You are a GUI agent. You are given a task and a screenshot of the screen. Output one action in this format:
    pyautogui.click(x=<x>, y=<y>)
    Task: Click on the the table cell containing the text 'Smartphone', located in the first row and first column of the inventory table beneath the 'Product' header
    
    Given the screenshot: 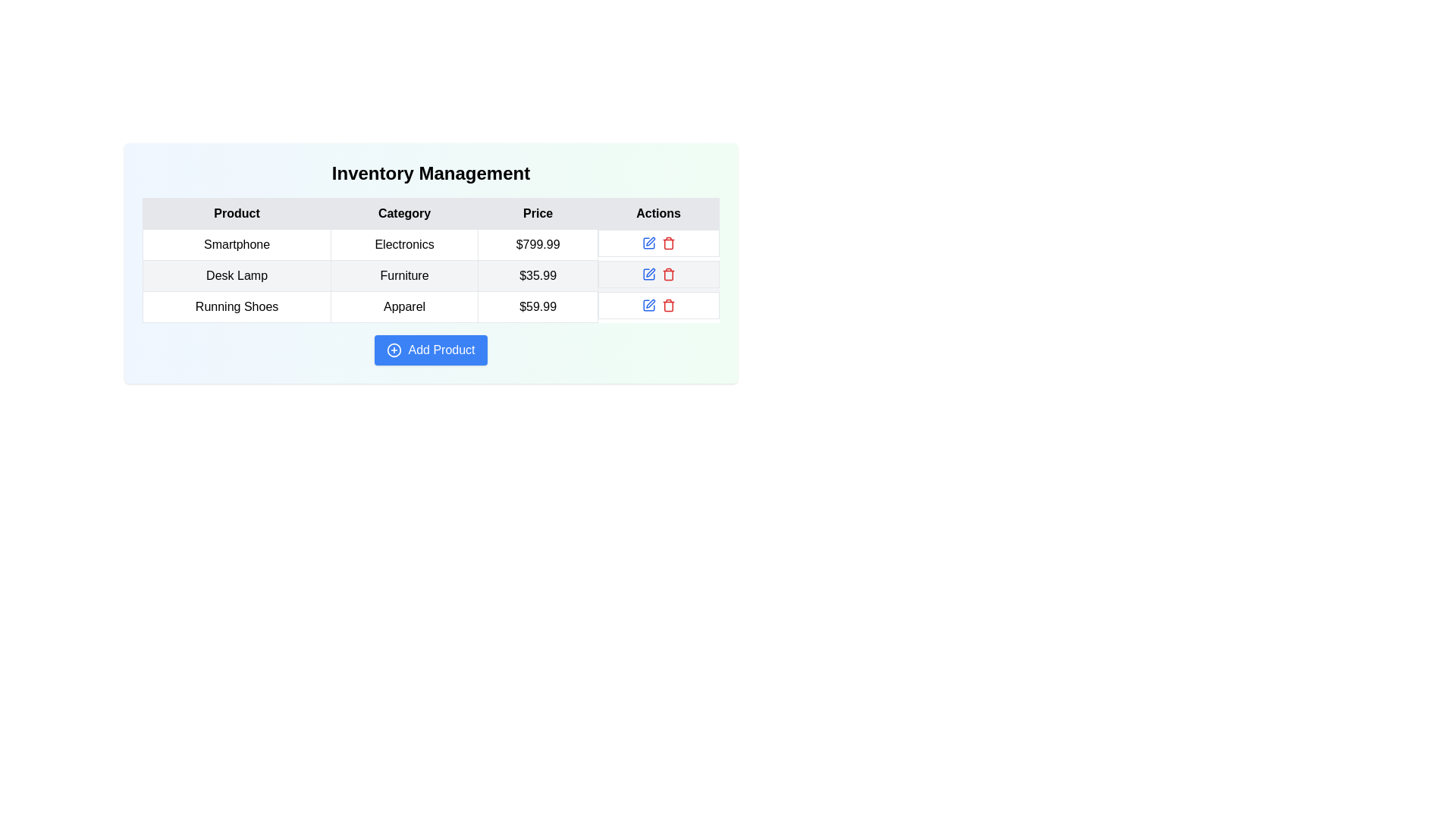 What is the action you would take?
    pyautogui.click(x=236, y=244)
    